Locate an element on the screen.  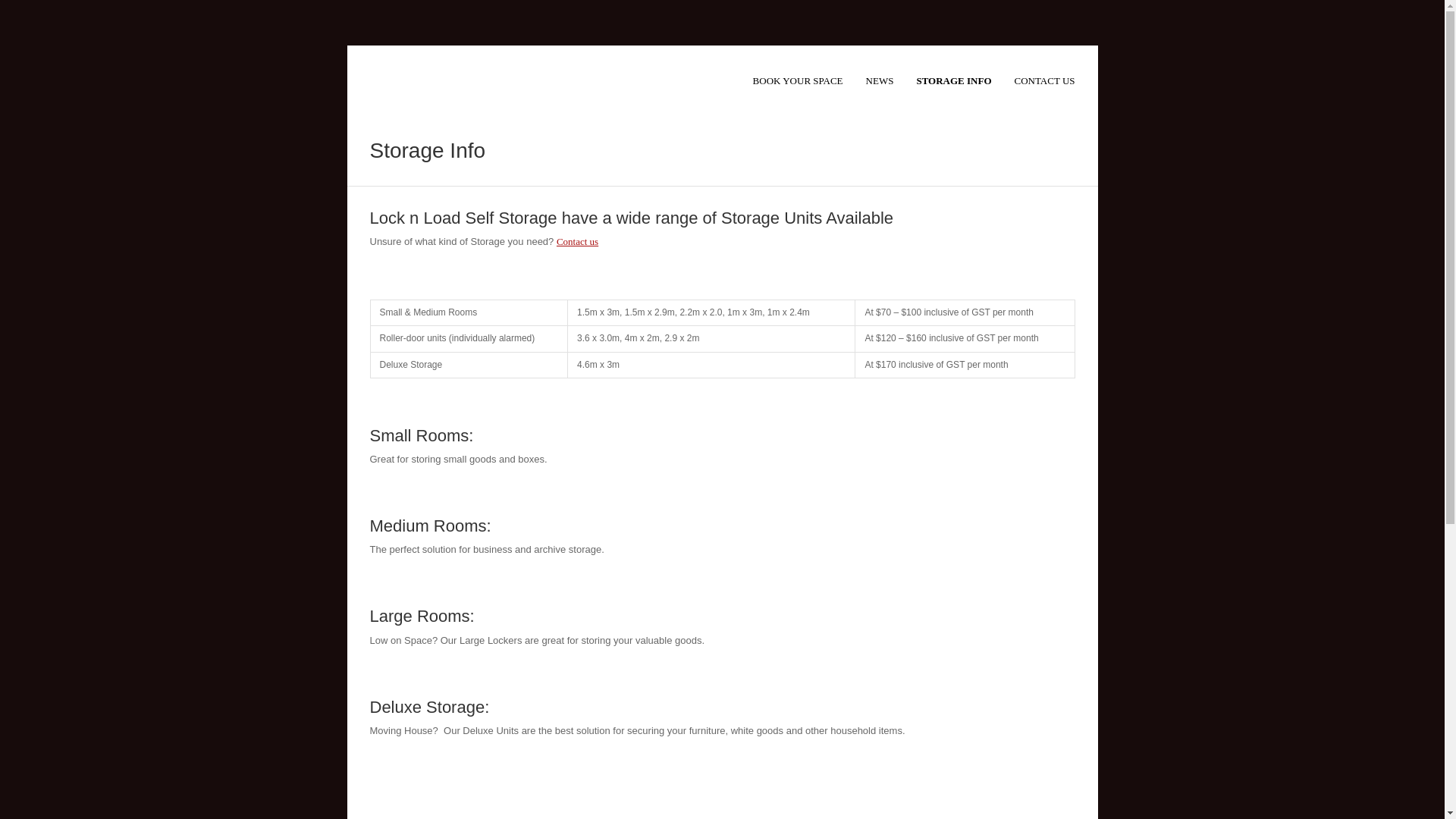
'STORAGE INFO' is located at coordinates (952, 82).